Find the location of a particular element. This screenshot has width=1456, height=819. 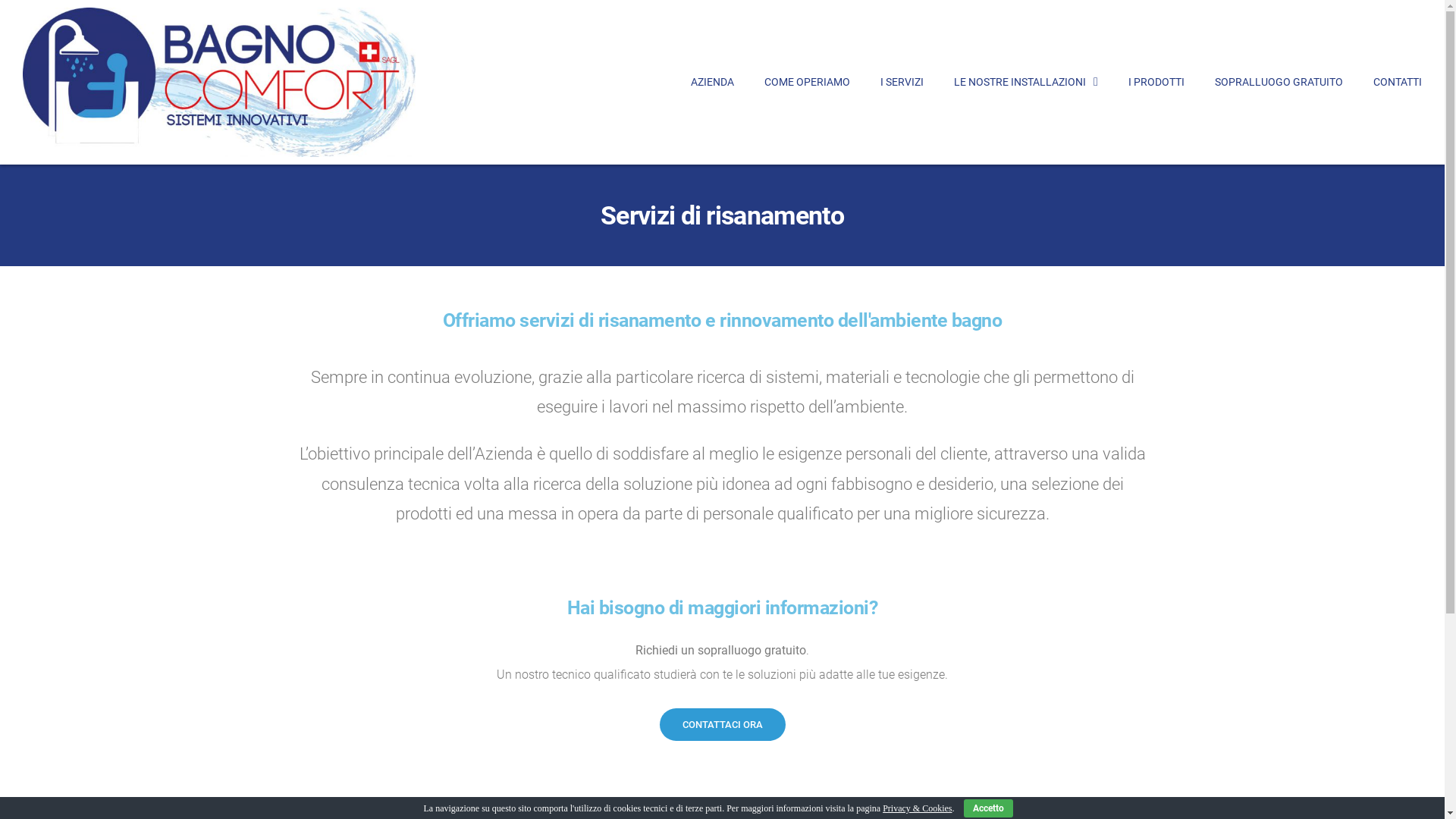

'CONTATTACI ORA' is located at coordinates (722, 723).